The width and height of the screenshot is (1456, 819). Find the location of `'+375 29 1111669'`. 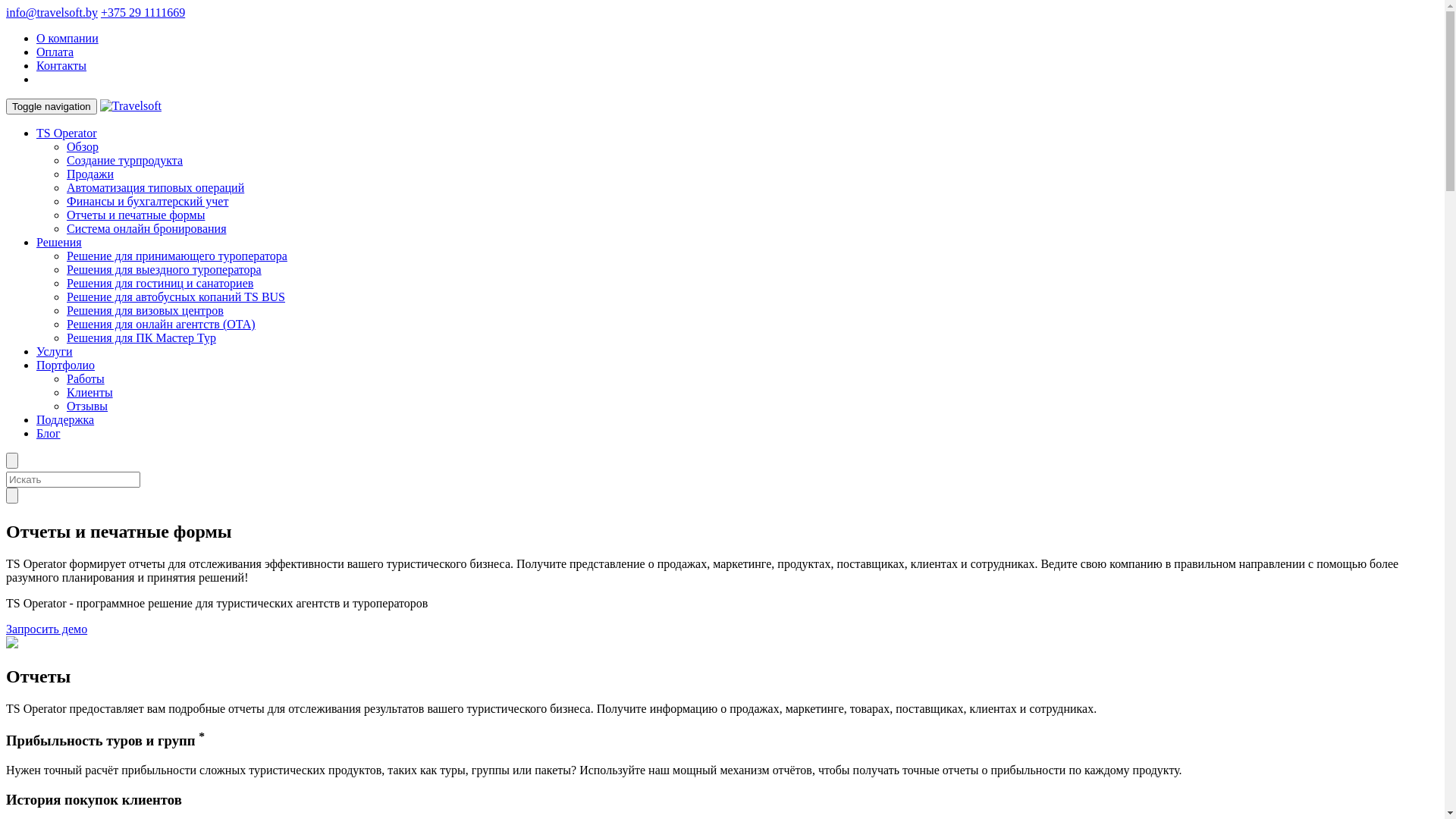

'+375 29 1111669' is located at coordinates (143, 12).